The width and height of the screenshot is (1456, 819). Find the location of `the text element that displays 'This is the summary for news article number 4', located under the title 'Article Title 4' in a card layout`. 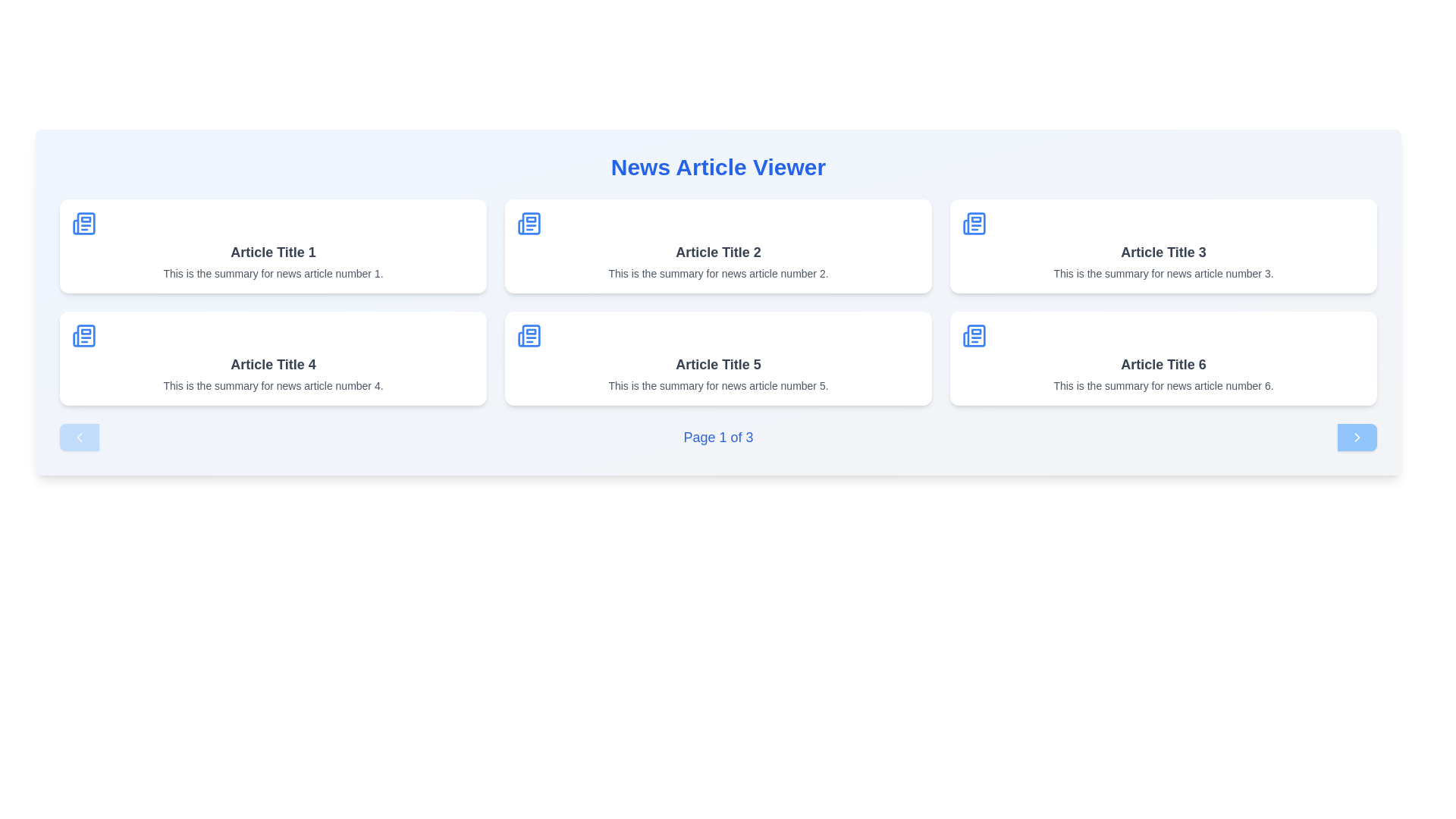

the text element that displays 'This is the summary for news article number 4', located under the title 'Article Title 4' in a card layout is located at coordinates (273, 385).